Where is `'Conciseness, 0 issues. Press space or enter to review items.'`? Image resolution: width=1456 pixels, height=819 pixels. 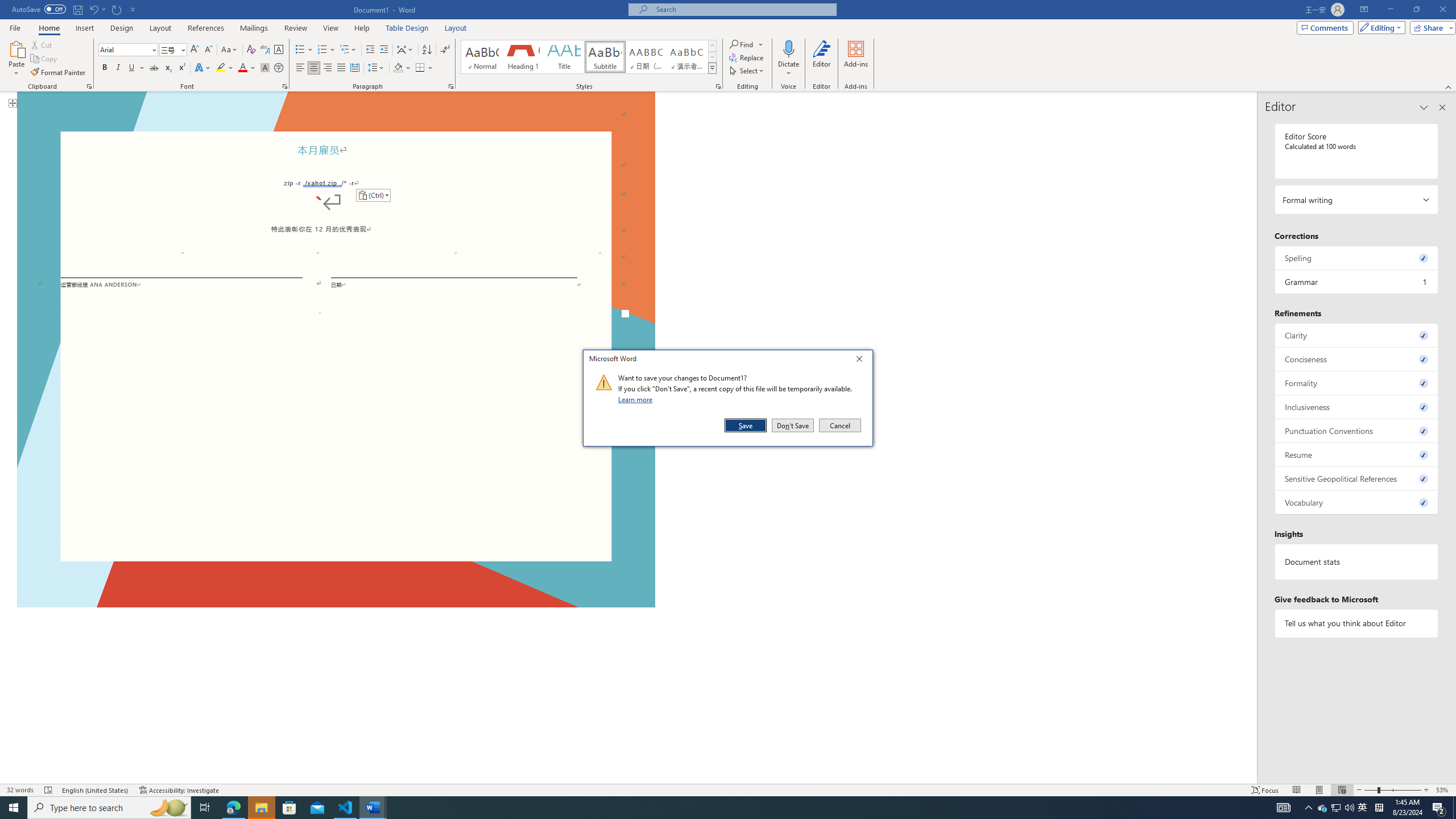
'Conciseness, 0 issues. Press space or enter to review items.' is located at coordinates (1356, 359).